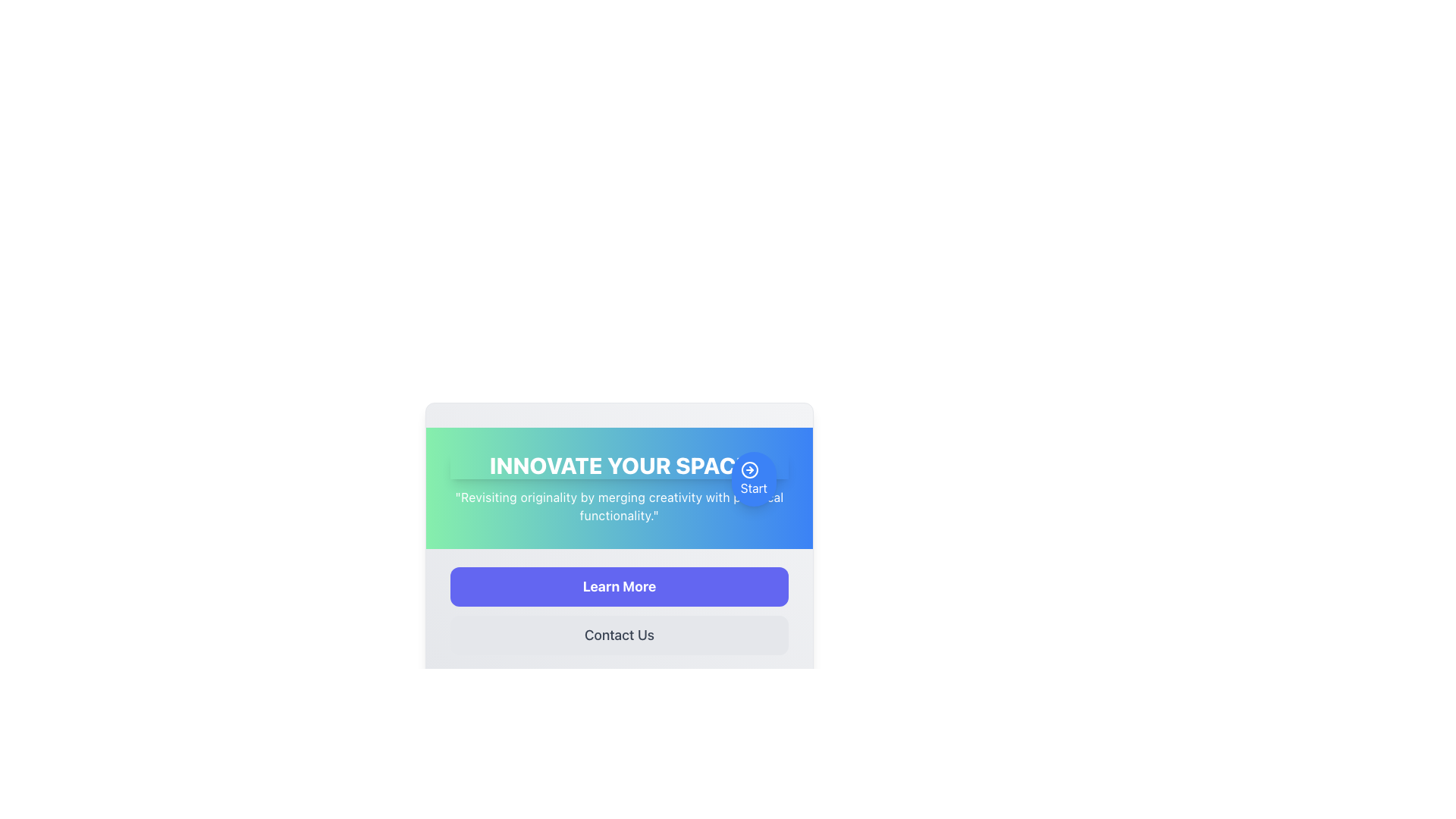 Image resolution: width=1456 pixels, height=819 pixels. What do you see at coordinates (619, 586) in the screenshot?
I see `the navigation button located above the 'Contact Us' button to observe the hover effect` at bounding box center [619, 586].